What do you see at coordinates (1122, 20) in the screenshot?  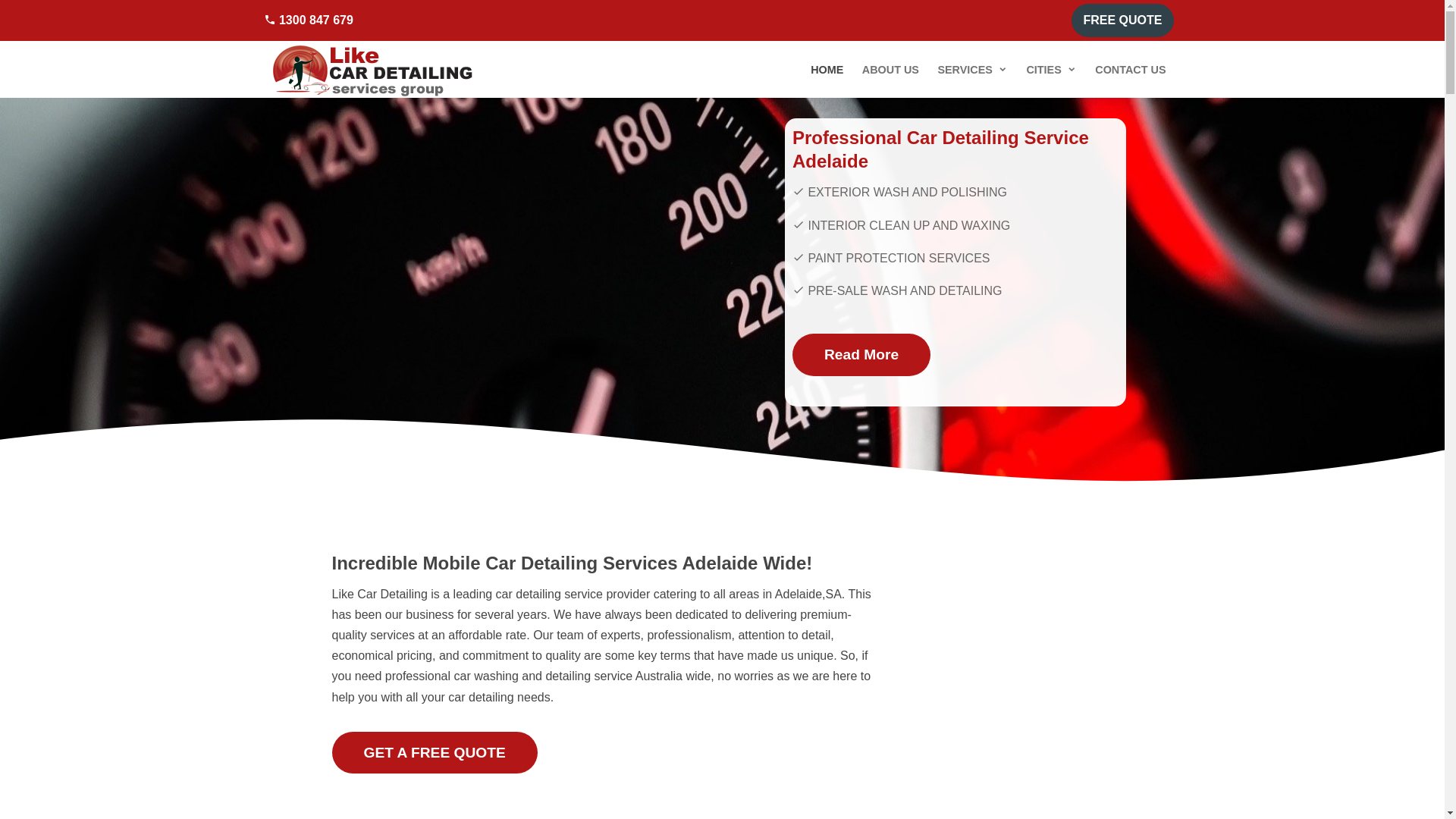 I see `'FREE QUOTE'` at bounding box center [1122, 20].